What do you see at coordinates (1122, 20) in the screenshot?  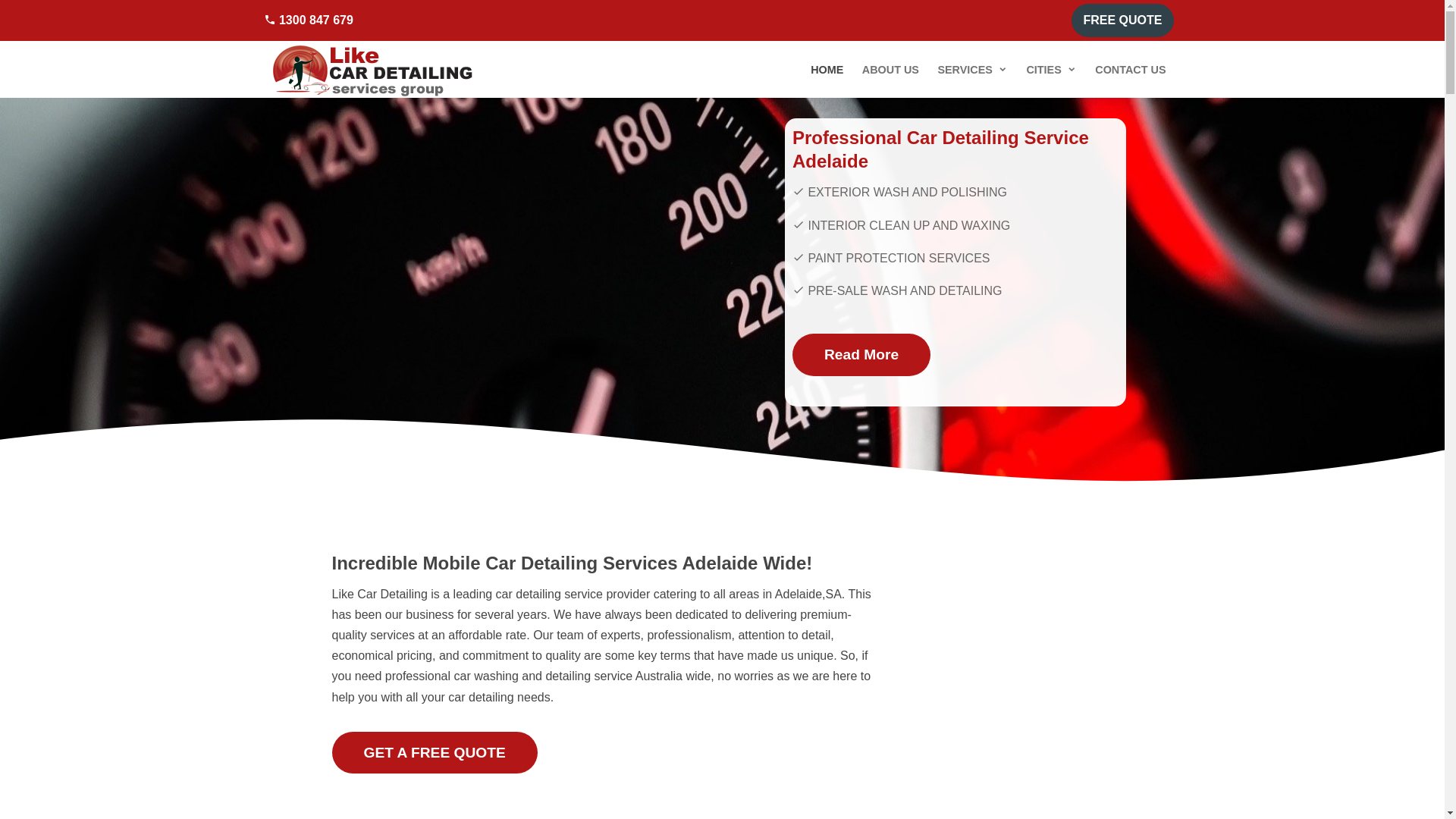 I see `'FREE QUOTE'` at bounding box center [1122, 20].